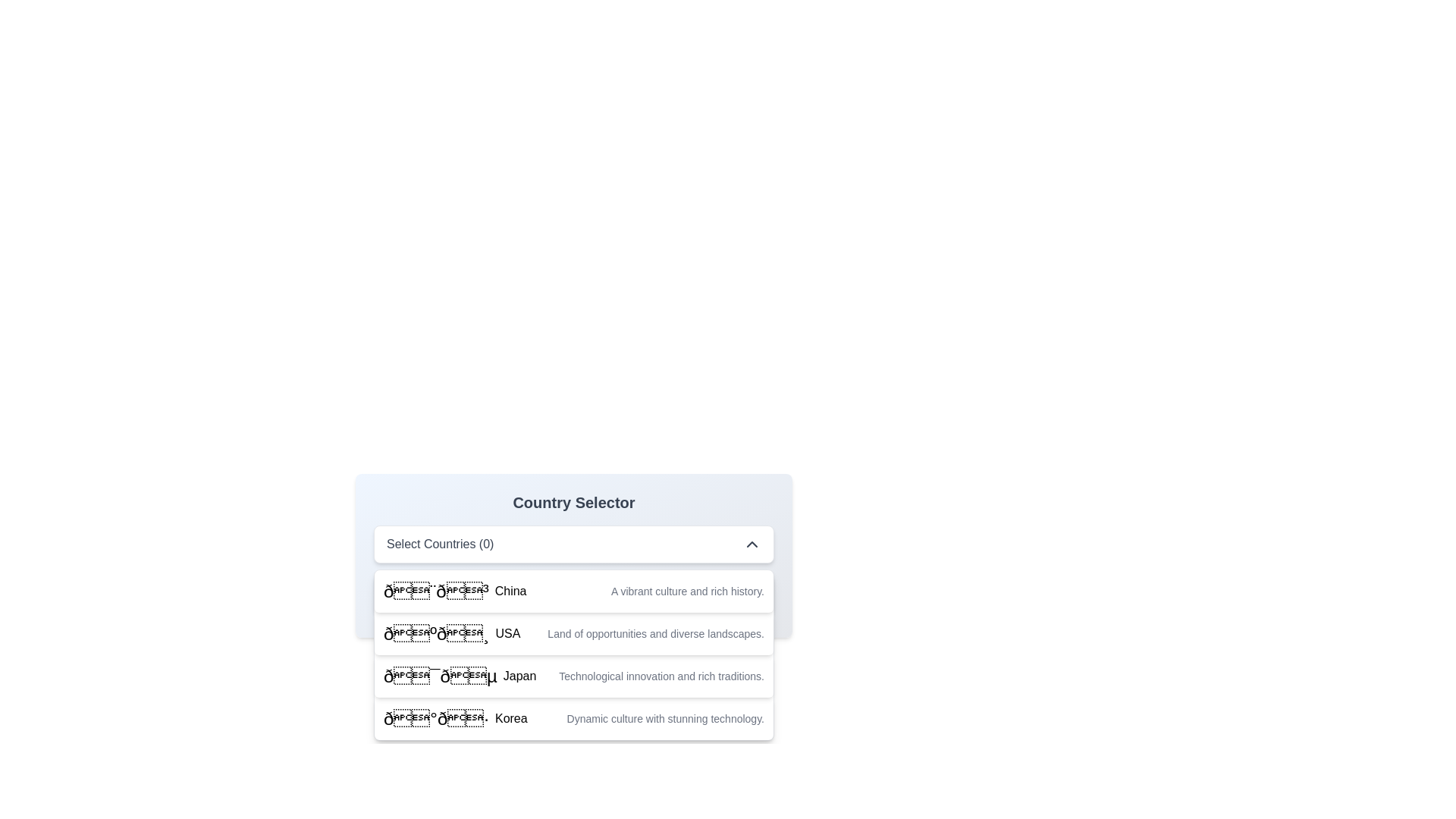 The height and width of the screenshot is (819, 1456). I want to click on text label that displays the word 'Korea' in bold black font located in the bottom-most row of the dropdown list under 'Country Selector', so click(511, 718).